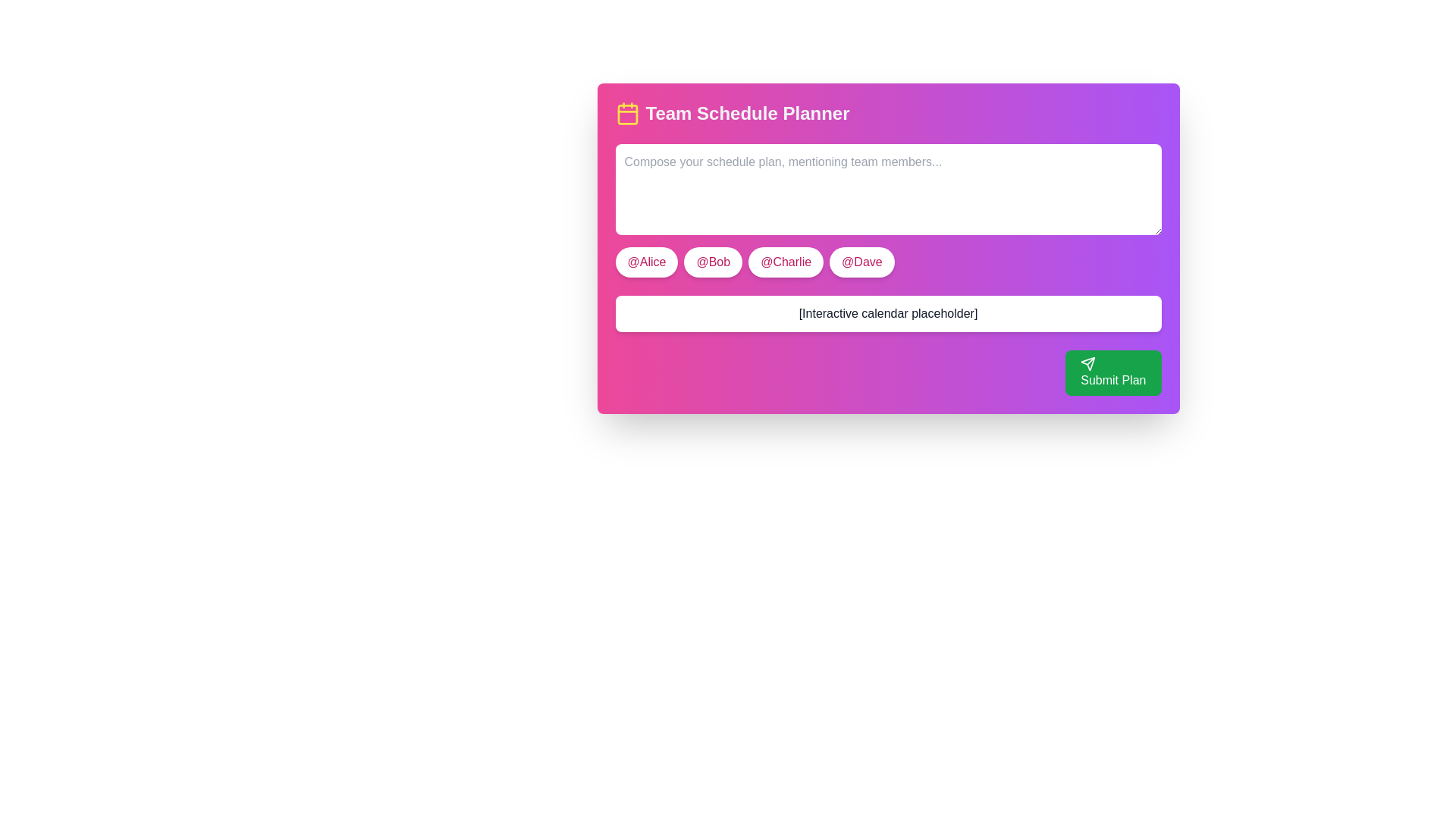  Describe the element at coordinates (1113, 373) in the screenshot. I see `the submit button located in the bottom-right corner of the card-like structure with a purple-pink gradient background` at that location.